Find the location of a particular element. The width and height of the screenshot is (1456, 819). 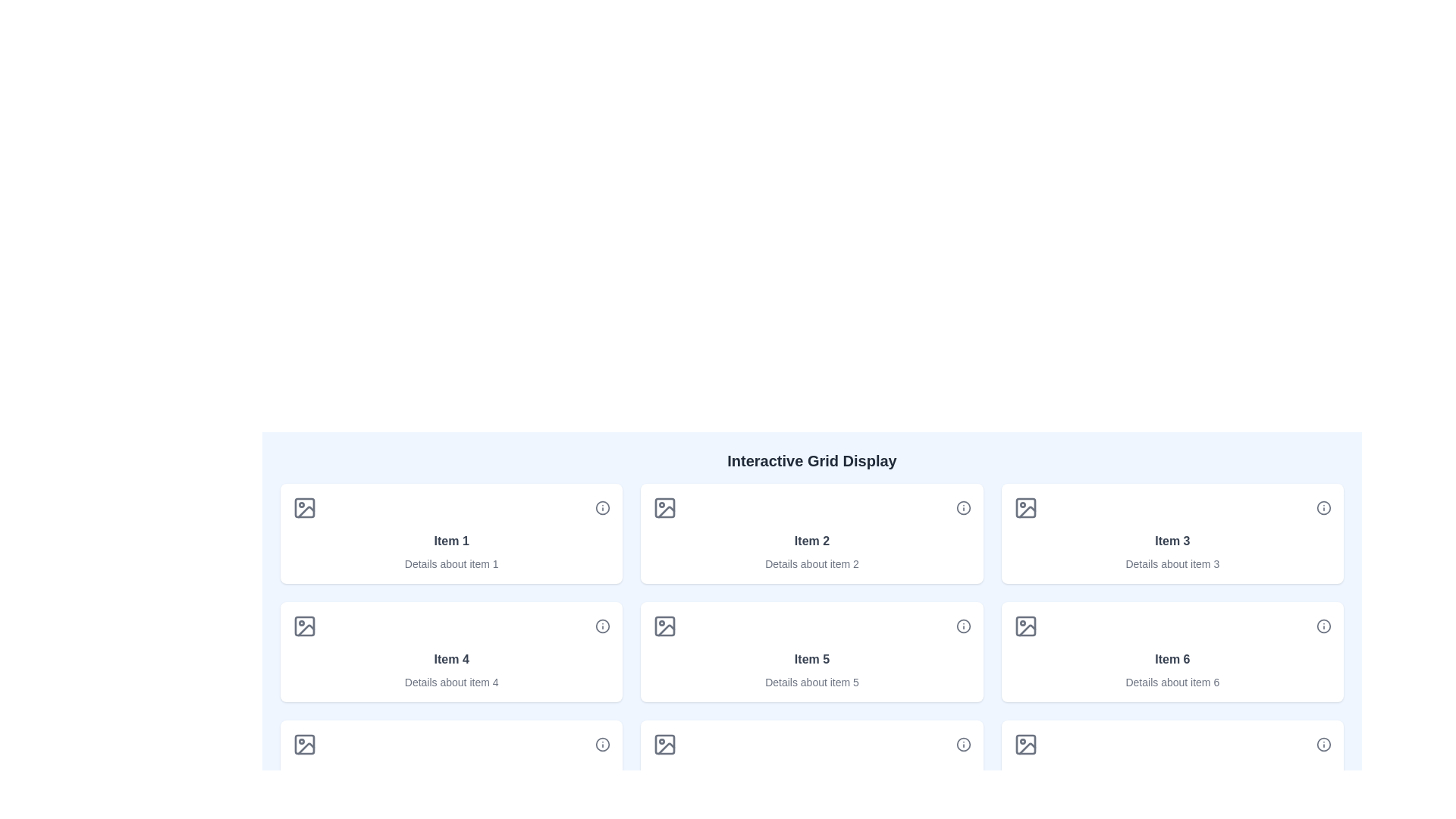

the rounded-corner square inside the image icon located in the second grid cell of the third row in the interactive grid is located at coordinates (665, 744).